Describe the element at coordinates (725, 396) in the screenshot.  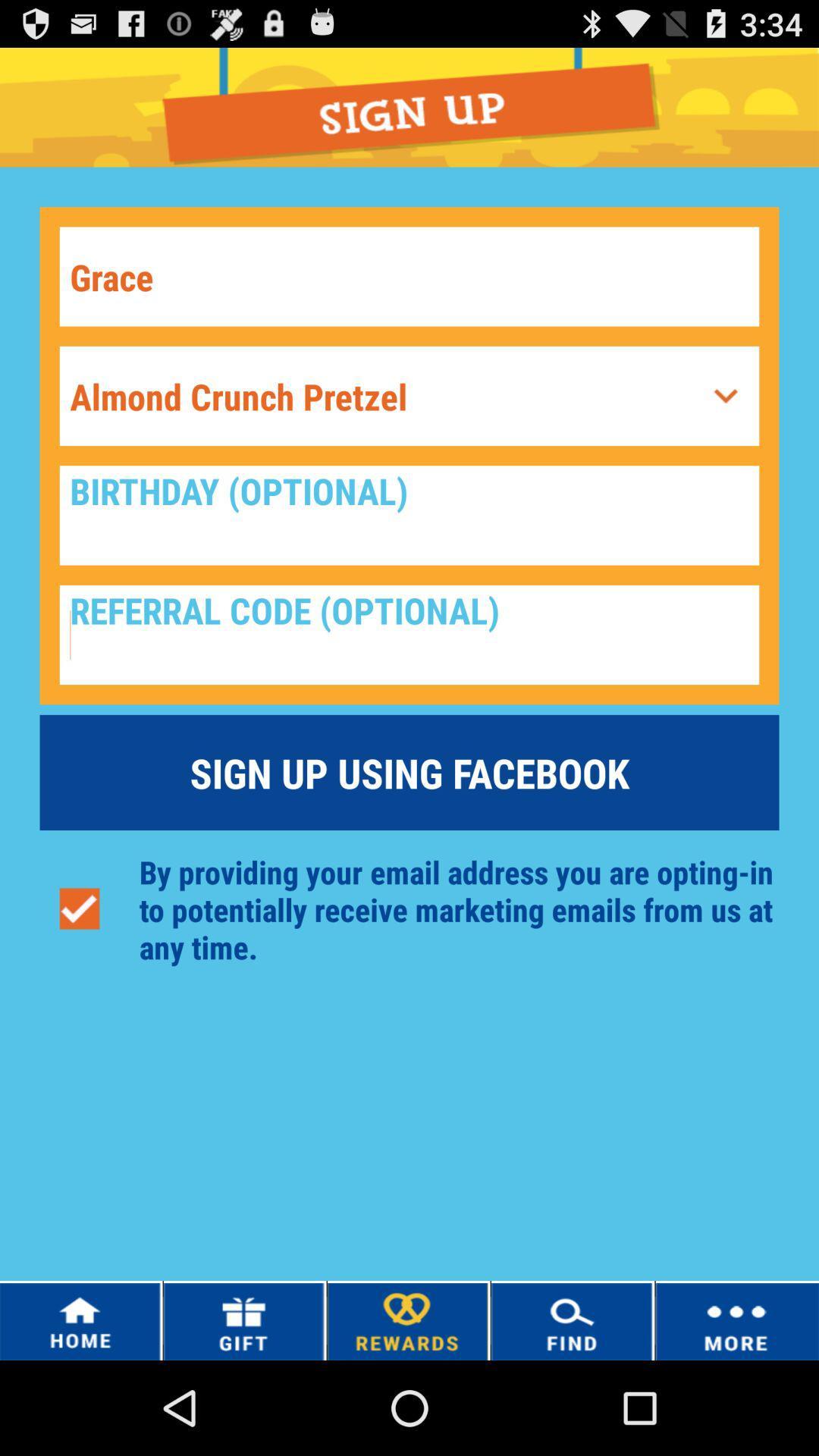
I see `previous` at that location.